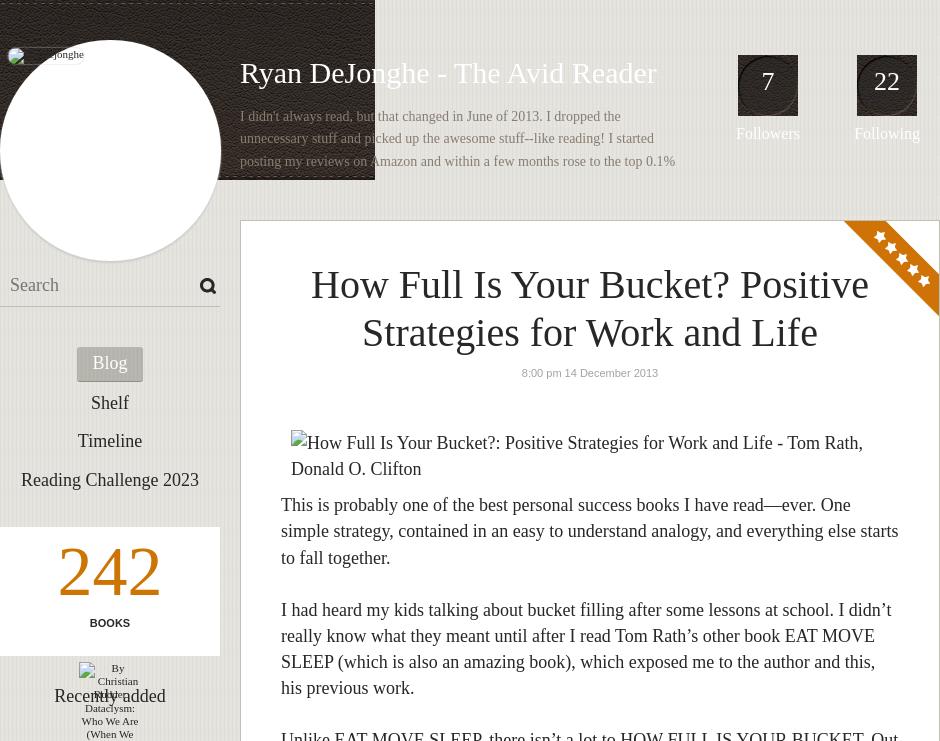  What do you see at coordinates (588, 530) in the screenshot?
I see `'This is probably one of the best personal success books I have read—ever. One simple strategy, contained in an easy to understand analogy, and everything else starts to fall together.'` at bounding box center [588, 530].